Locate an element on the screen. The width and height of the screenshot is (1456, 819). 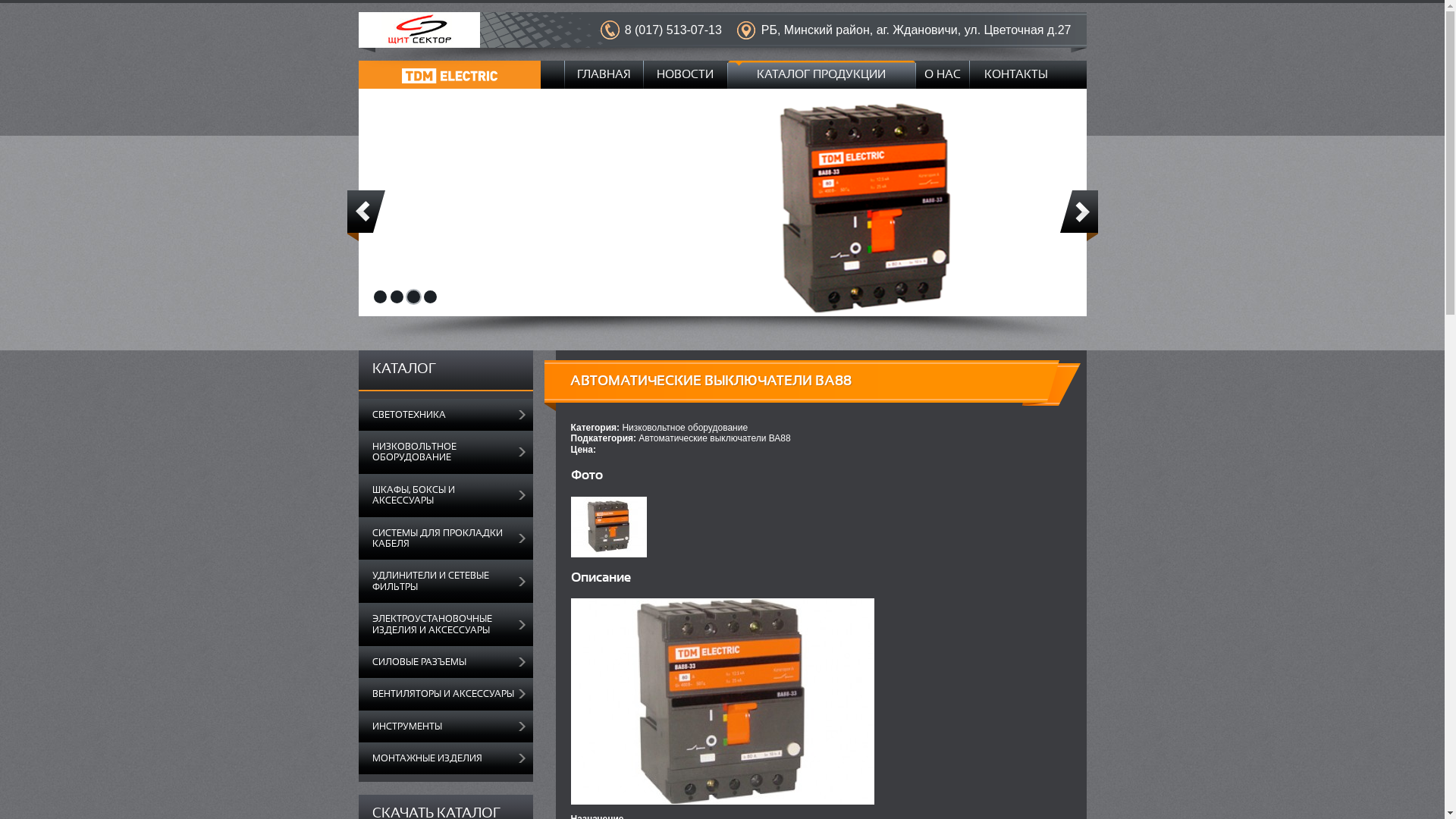
'1' is located at coordinates (379, 297).